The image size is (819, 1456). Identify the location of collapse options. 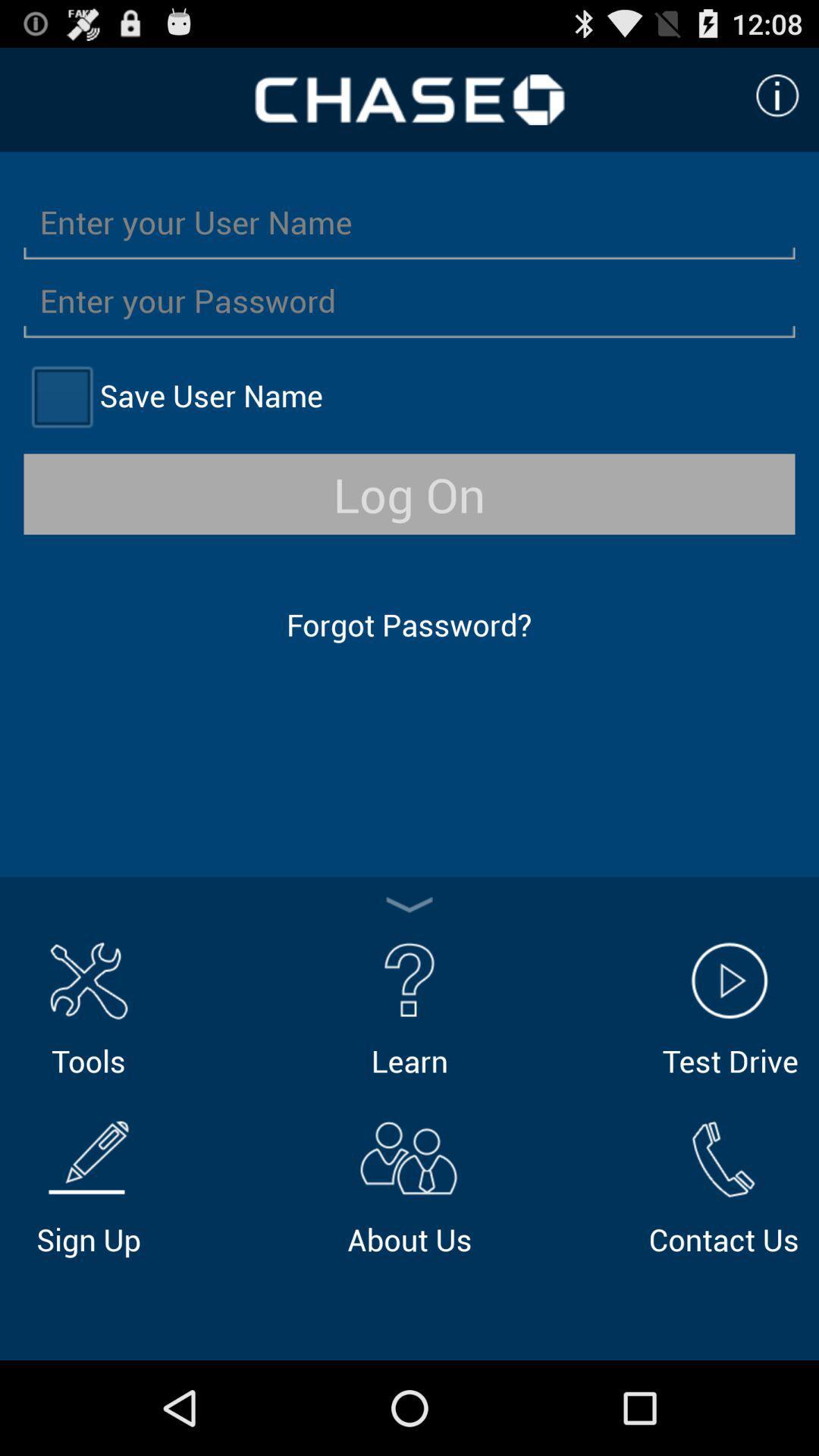
(409, 905).